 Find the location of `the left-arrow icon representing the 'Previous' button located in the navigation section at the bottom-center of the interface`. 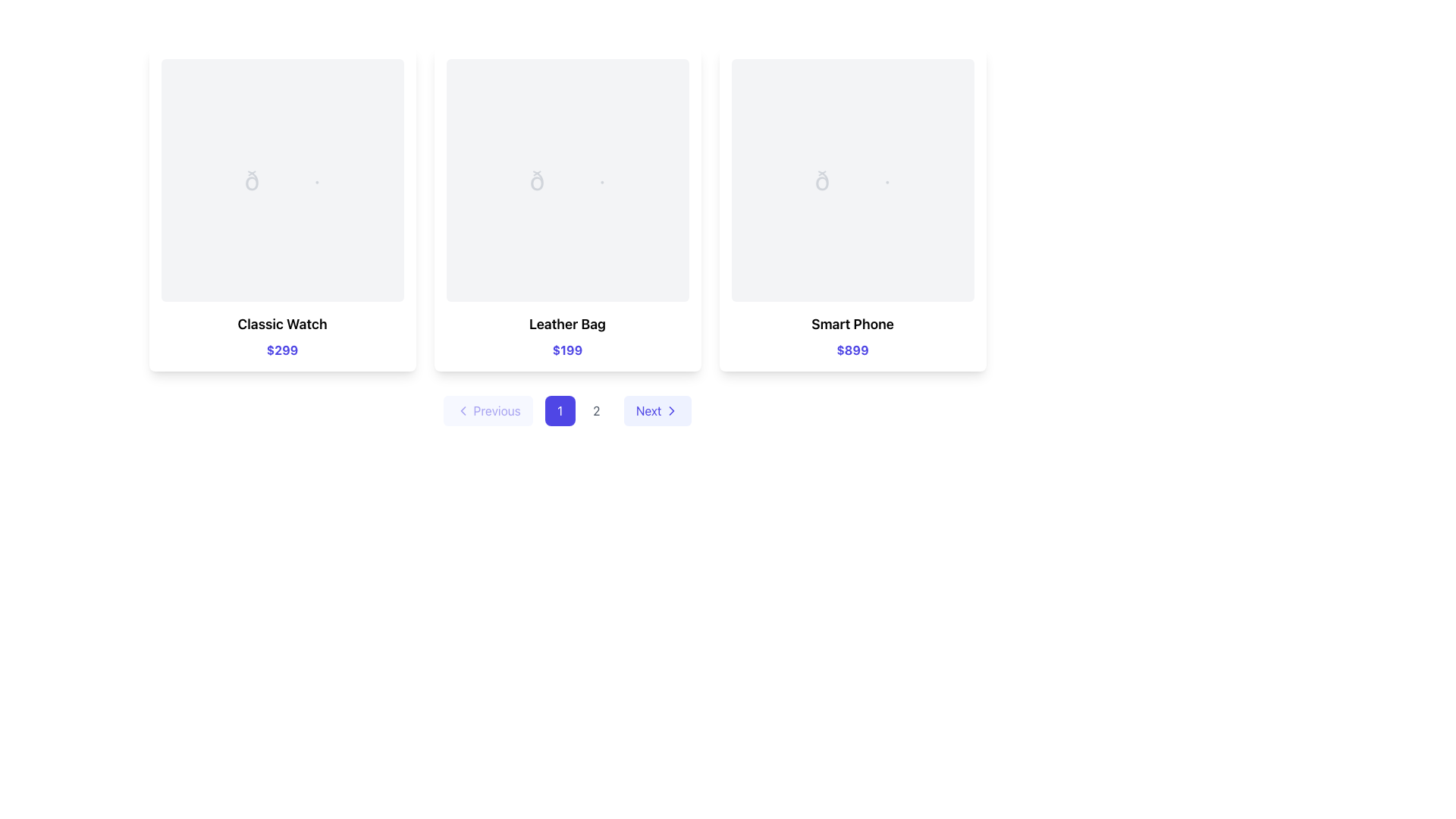

the left-arrow icon representing the 'Previous' button located in the navigation section at the bottom-center of the interface is located at coordinates (462, 411).